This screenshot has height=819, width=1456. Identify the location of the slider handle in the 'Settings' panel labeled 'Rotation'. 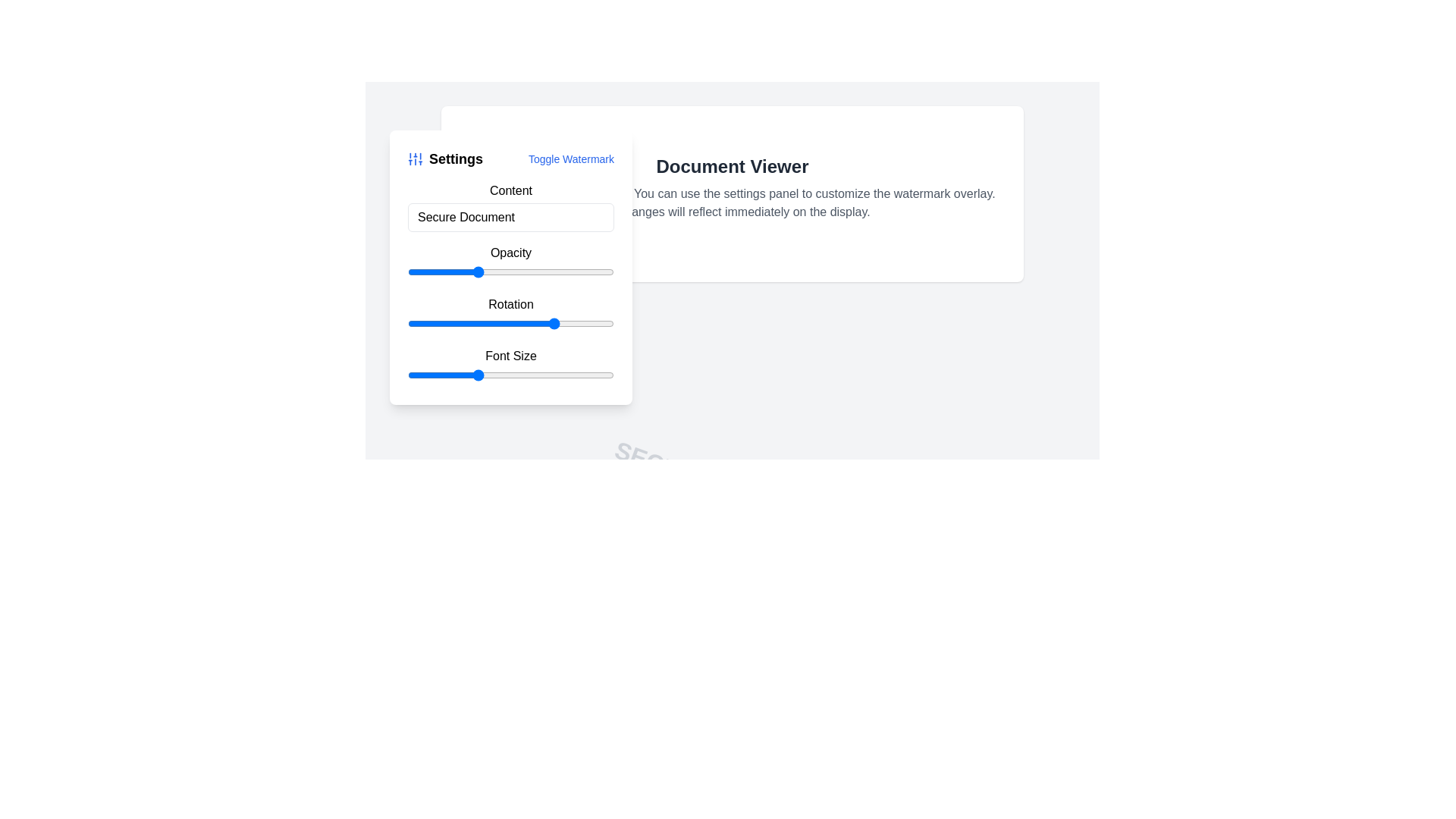
(510, 323).